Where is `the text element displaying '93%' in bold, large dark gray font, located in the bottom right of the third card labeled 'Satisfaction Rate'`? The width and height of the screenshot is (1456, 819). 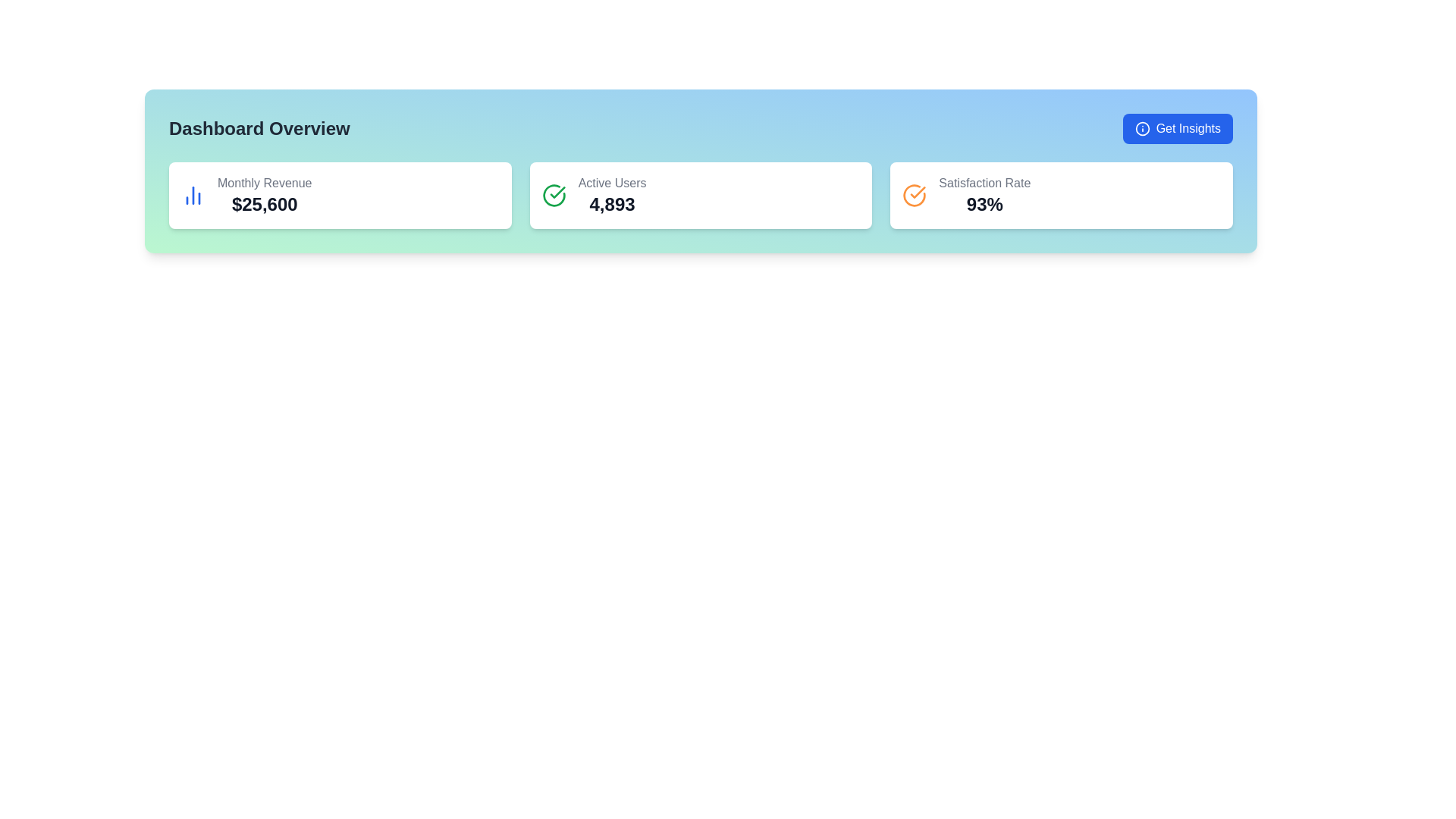
the text element displaying '93%' in bold, large dark gray font, located in the bottom right of the third card labeled 'Satisfaction Rate' is located at coordinates (984, 205).